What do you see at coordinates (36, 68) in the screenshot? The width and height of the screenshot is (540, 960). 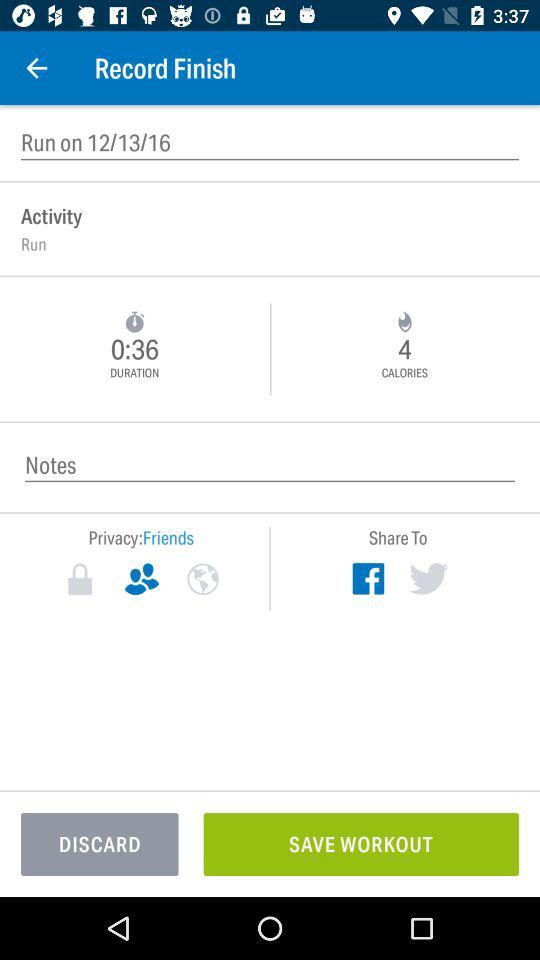 I see `item next to record finish` at bounding box center [36, 68].